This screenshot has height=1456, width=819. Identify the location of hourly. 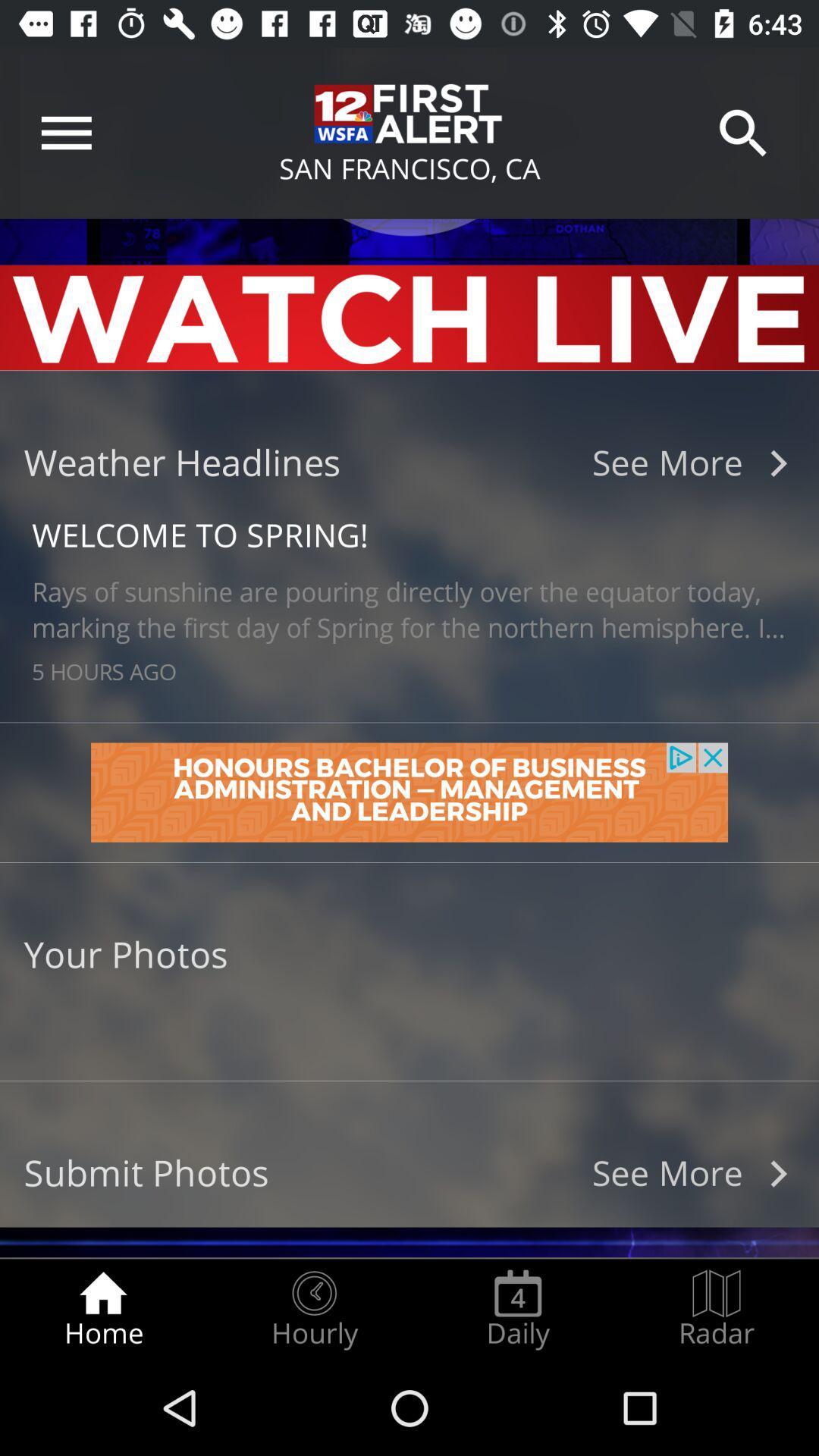
(313, 1309).